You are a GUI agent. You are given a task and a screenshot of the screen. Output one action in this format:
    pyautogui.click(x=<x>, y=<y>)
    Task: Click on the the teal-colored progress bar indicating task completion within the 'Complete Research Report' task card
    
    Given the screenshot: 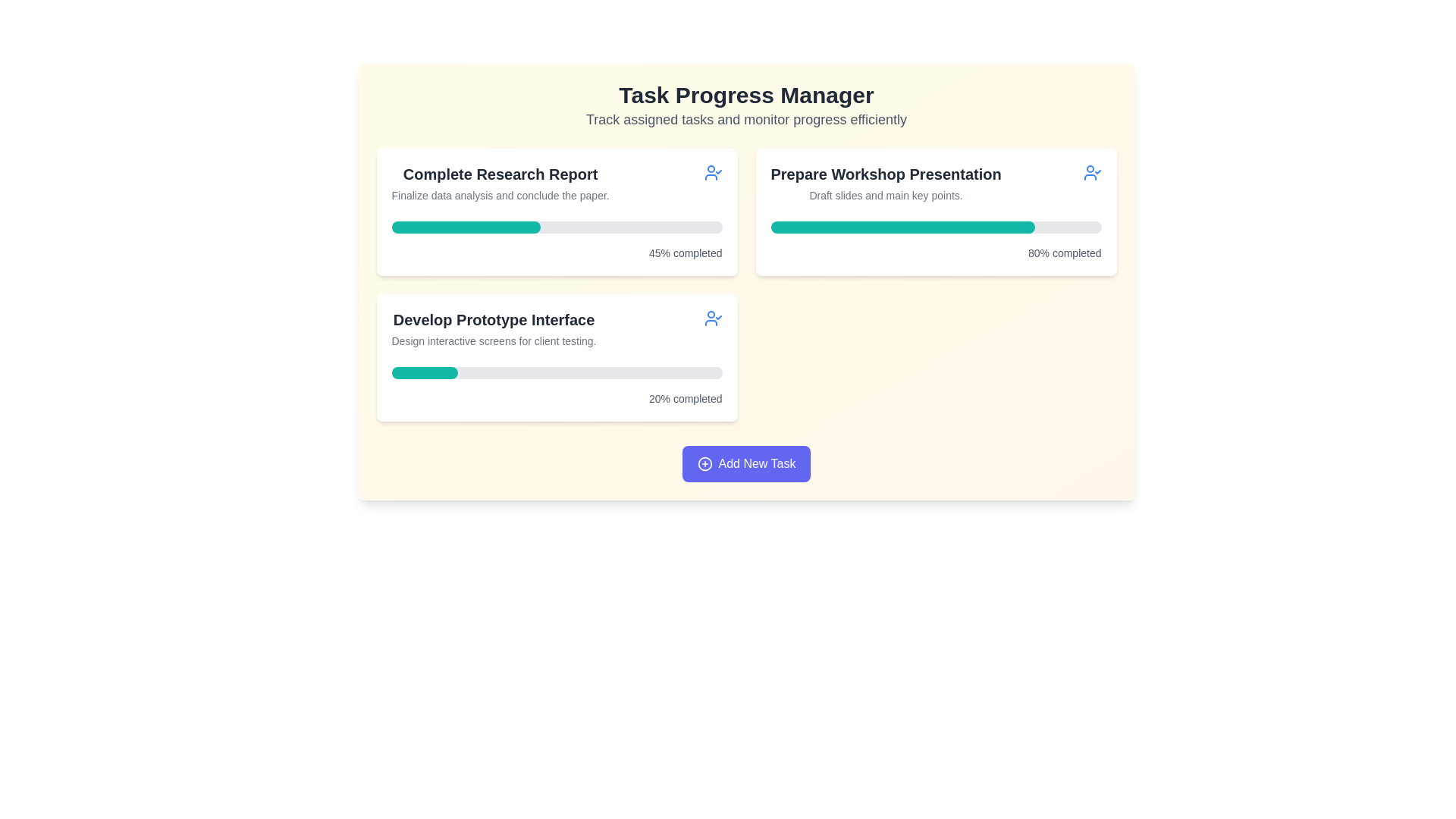 What is the action you would take?
    pyautogui.click(x=465, y=227)
    